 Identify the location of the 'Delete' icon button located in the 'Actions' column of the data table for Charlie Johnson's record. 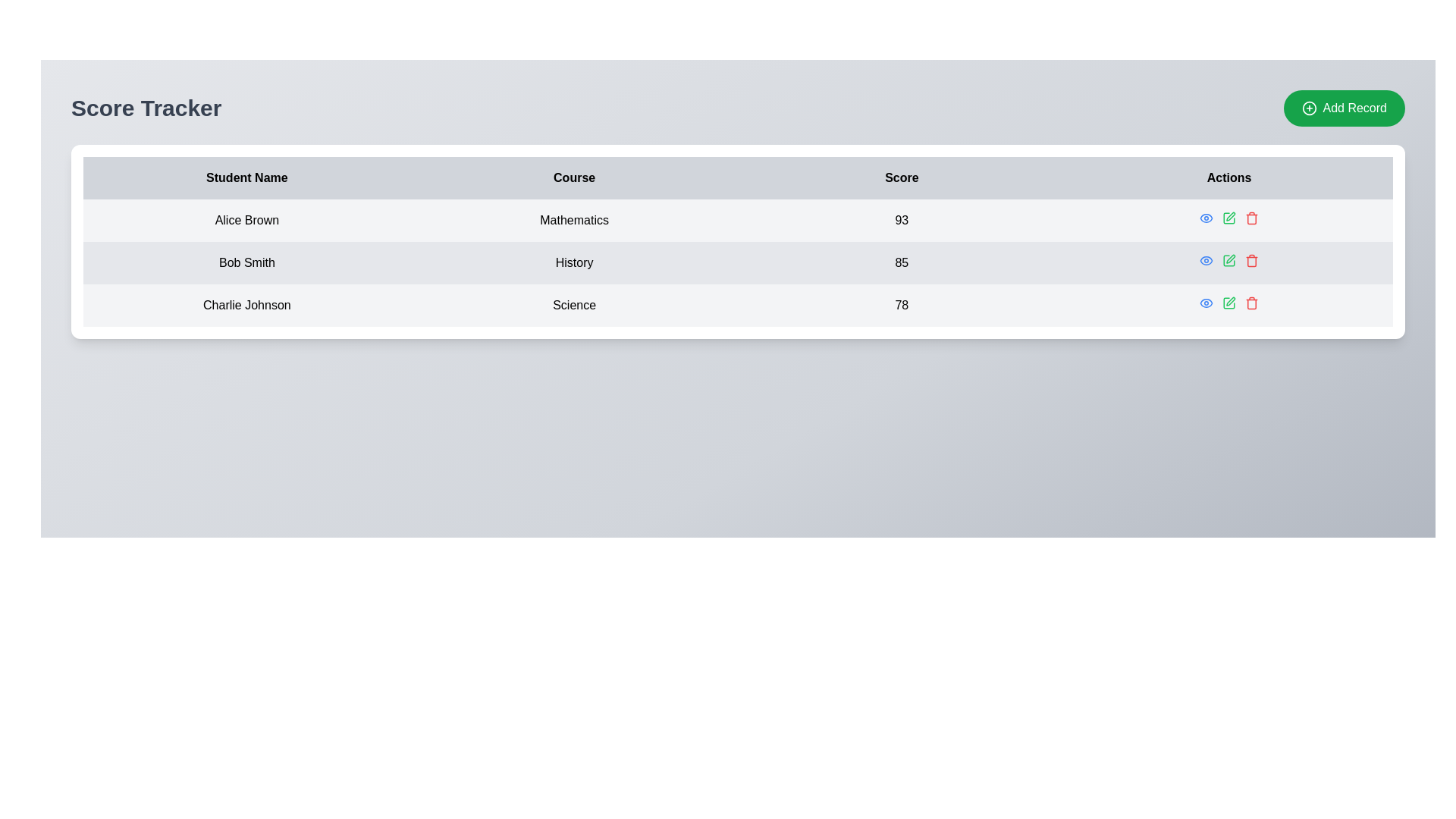
(1252, 259).